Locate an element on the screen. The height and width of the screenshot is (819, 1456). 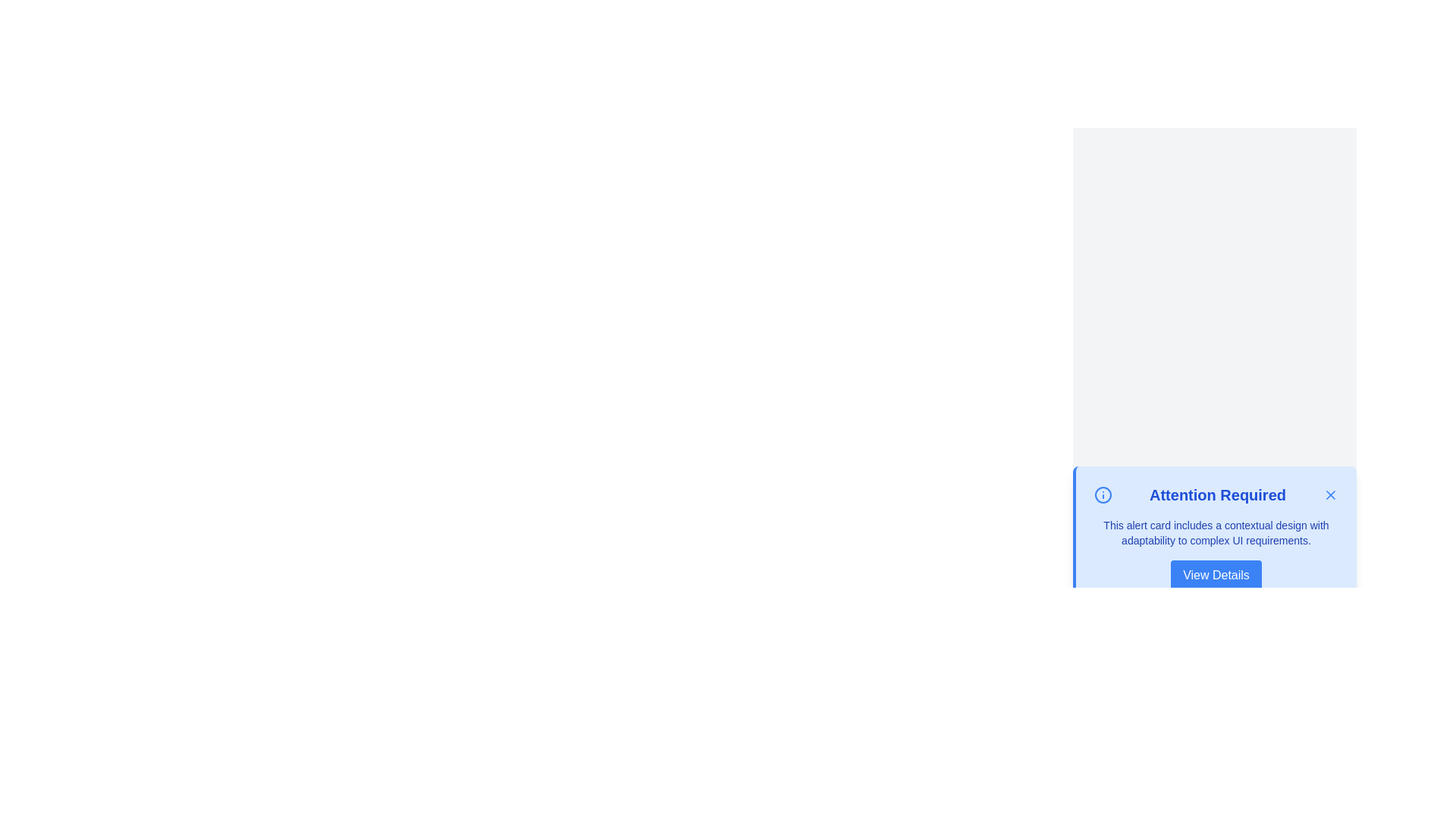
the close button located at the far right of the header of the alert box titled 'Attention Required' is located at coordinates (1330, 494).